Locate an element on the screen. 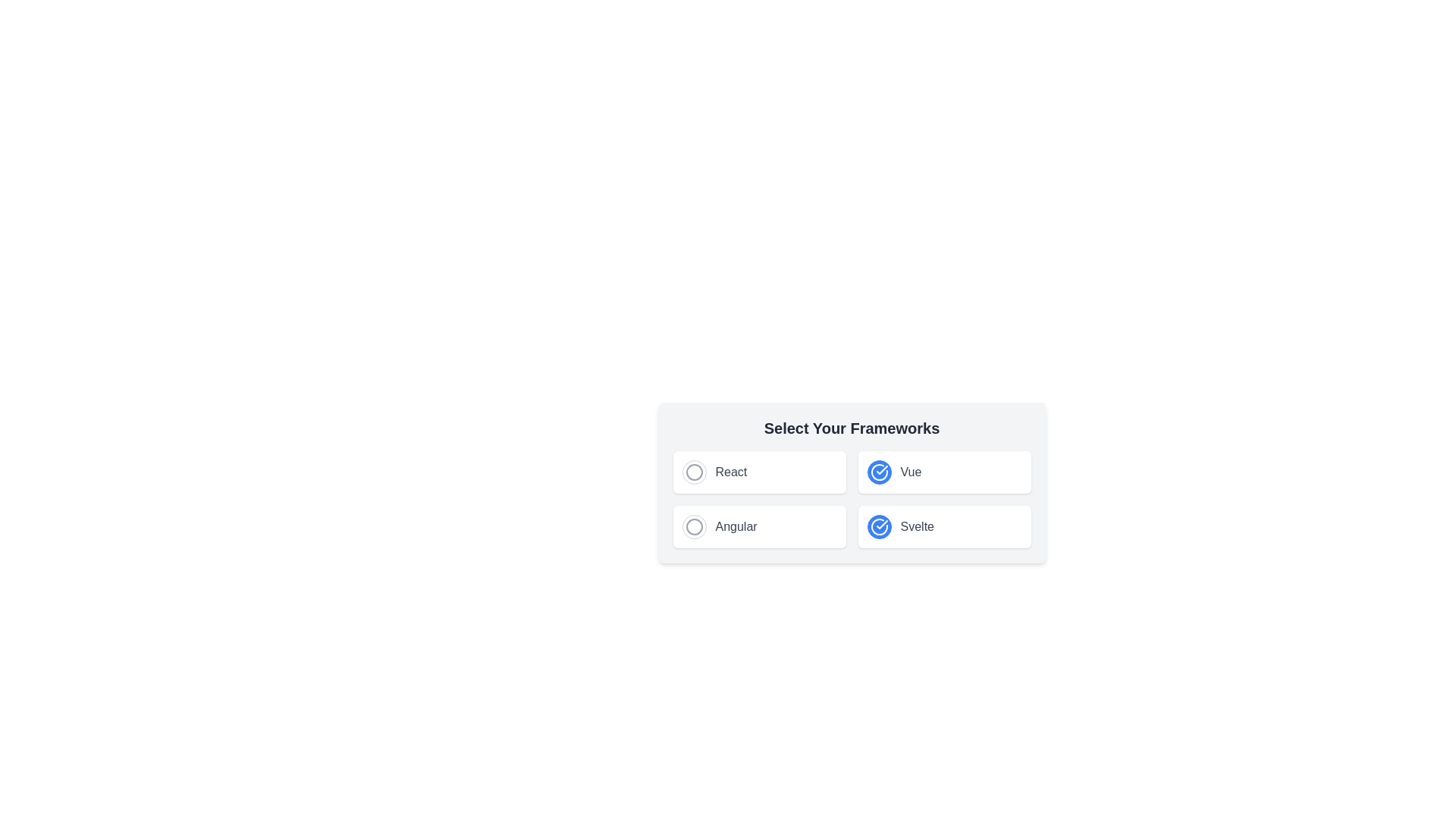 This screenshot has height=819, width=1456. the 'Svelte' framework selection icon is located at coordinates (879, 526).